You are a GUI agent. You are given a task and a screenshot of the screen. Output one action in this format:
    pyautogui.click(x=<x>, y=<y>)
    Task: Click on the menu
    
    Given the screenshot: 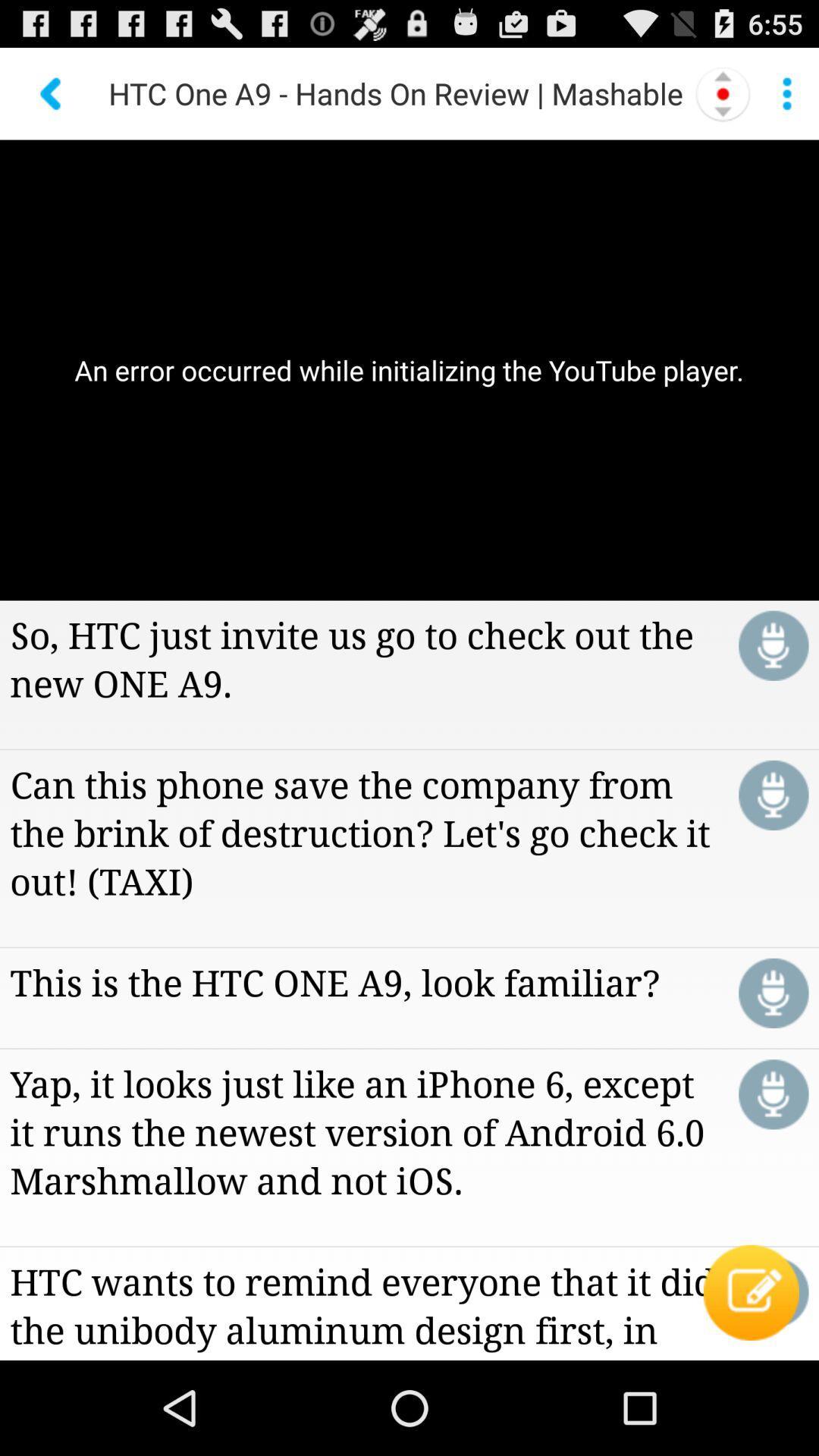 What is the action you would take?
    pyautogui.click(x=786, y=93)
    